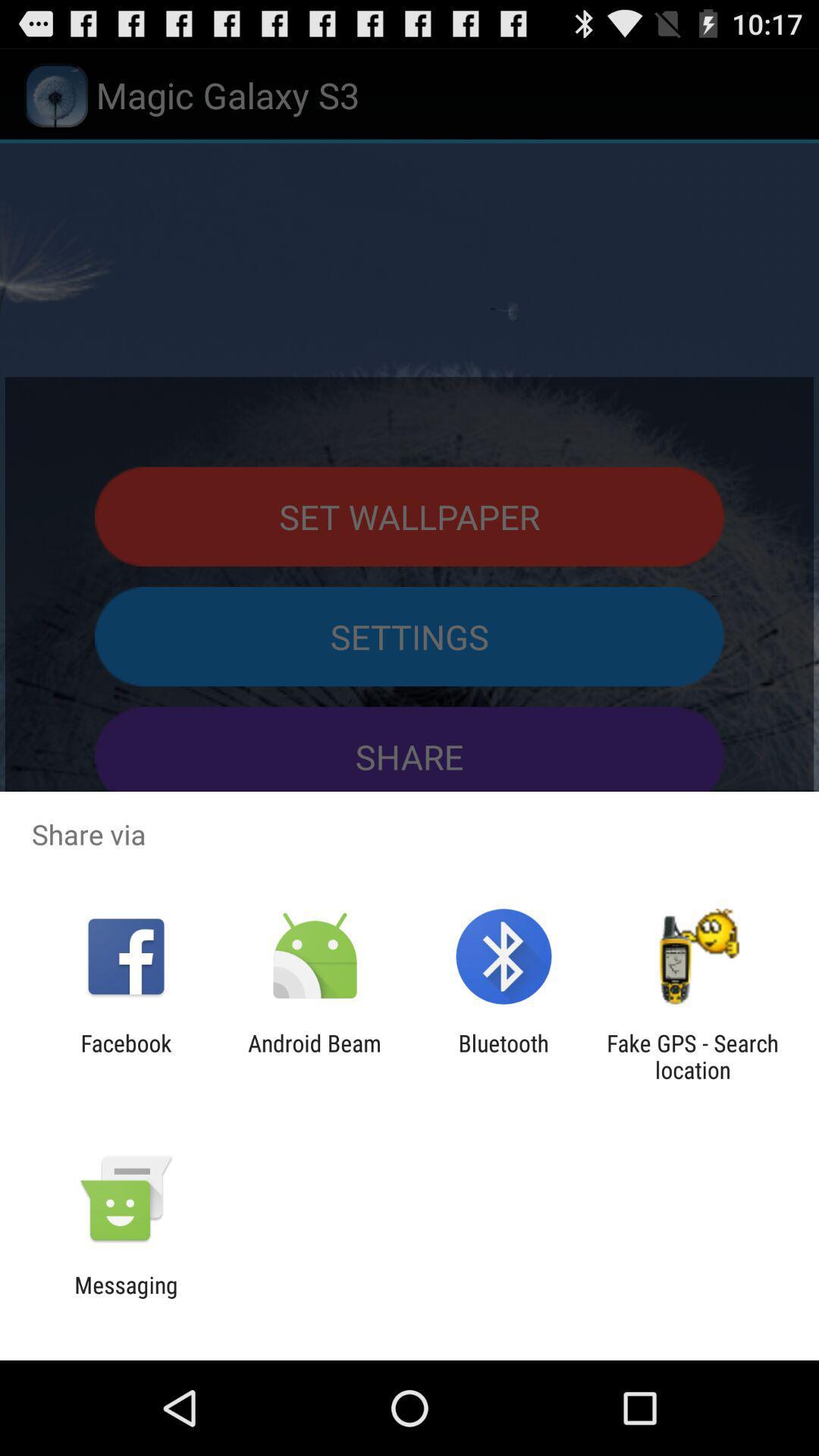  I want to click on the facebook icon, so click(125, 1056).